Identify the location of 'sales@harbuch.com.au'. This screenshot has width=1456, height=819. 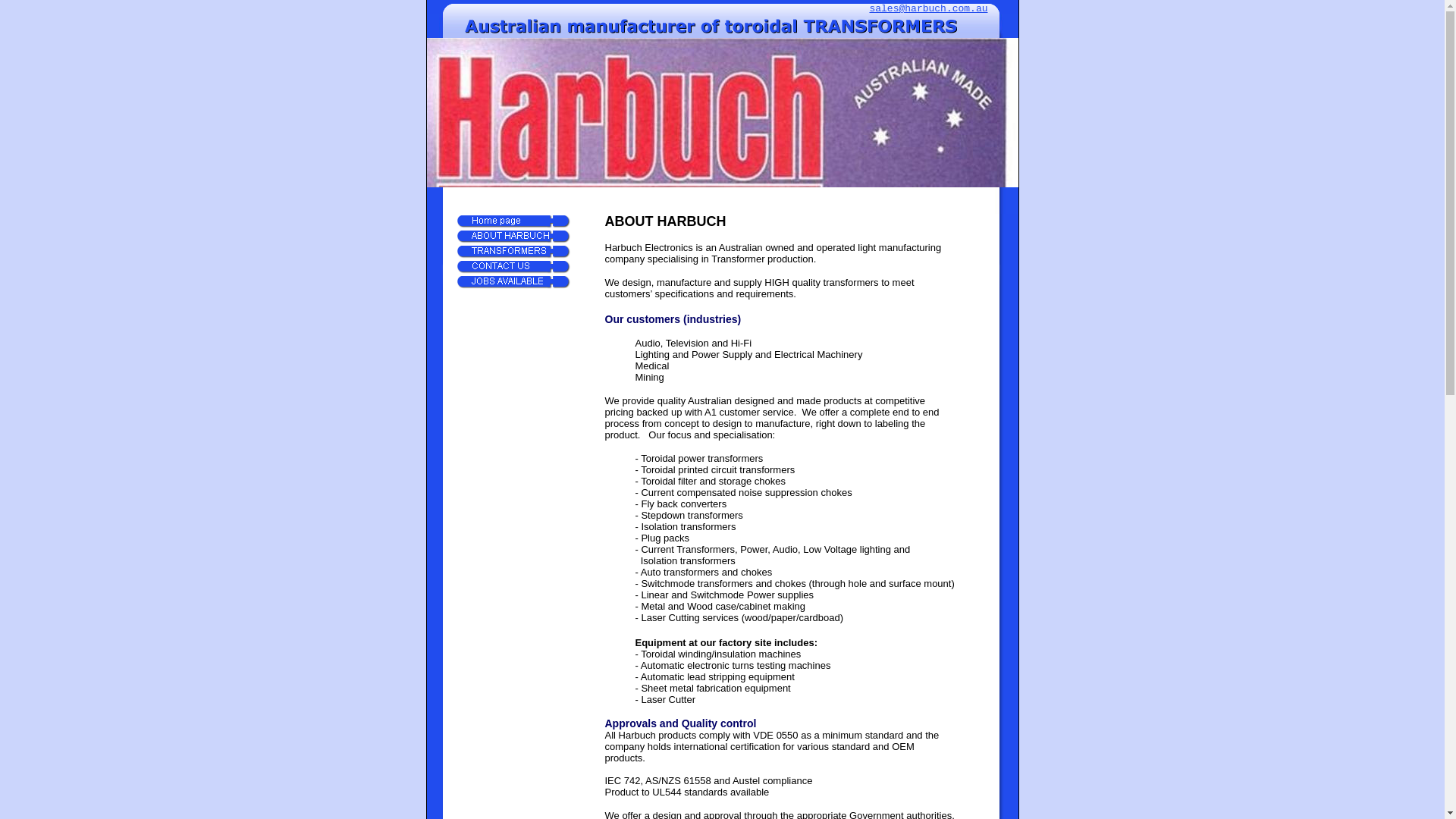
(927, 8).